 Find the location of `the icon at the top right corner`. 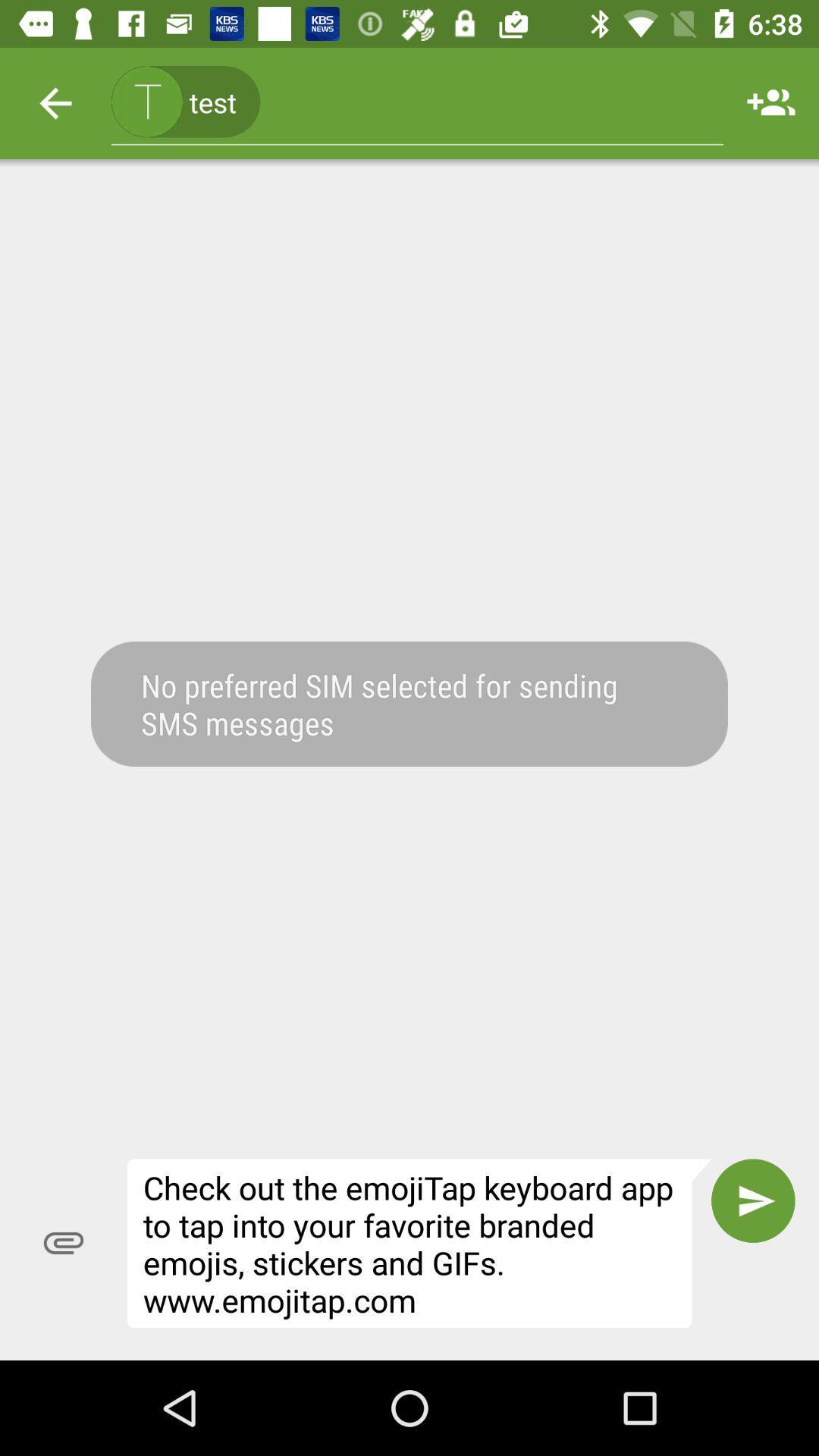

the icon at the top right corner is located at coordinates (771, 102).